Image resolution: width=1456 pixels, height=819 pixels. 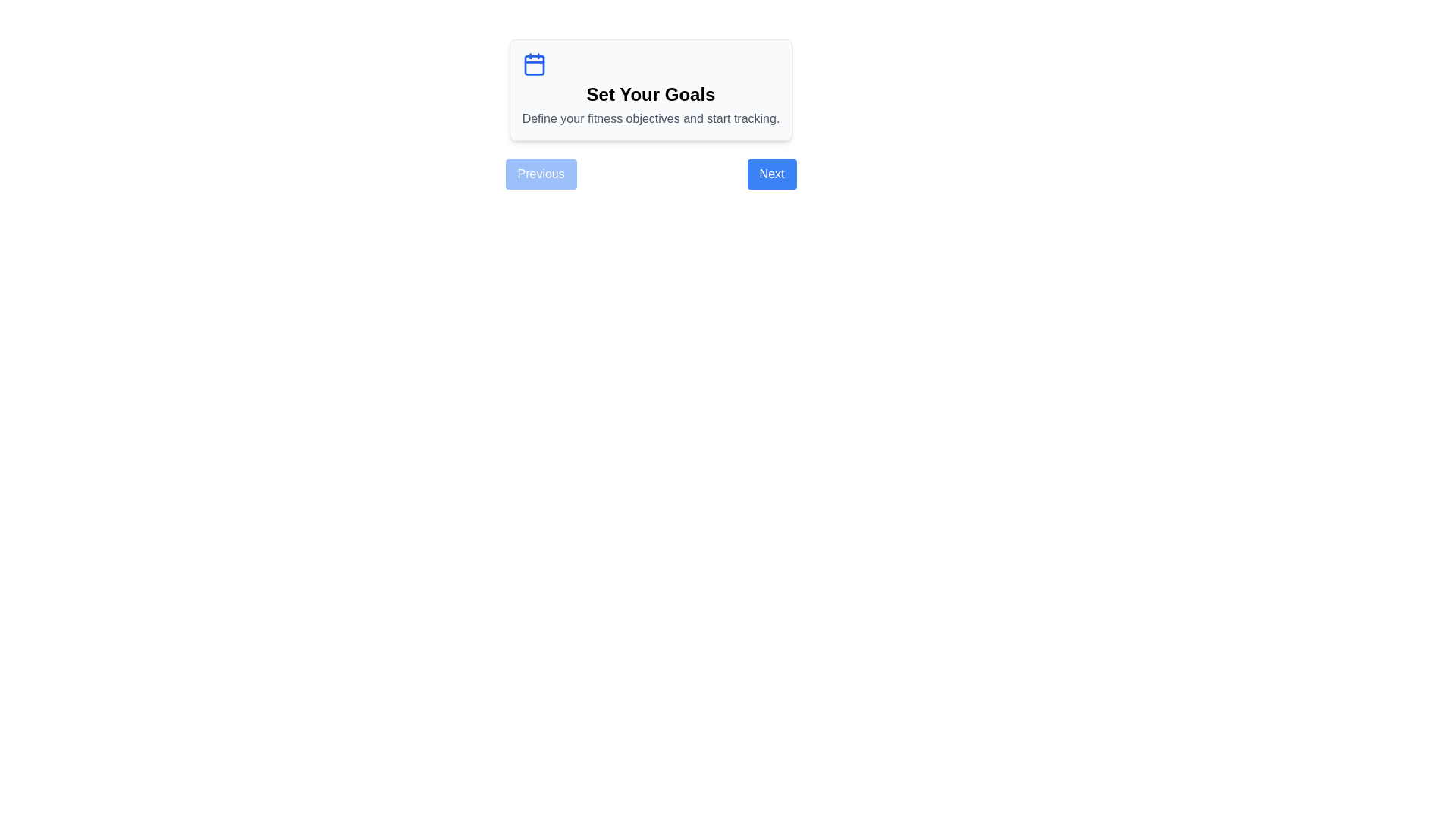 I want to click on the text label that reads 'Define your fitness objectives and start tracking.', which is styled in light gray and positioned beneath the heading 'Set Your Goals', so click(x=651, y=118).